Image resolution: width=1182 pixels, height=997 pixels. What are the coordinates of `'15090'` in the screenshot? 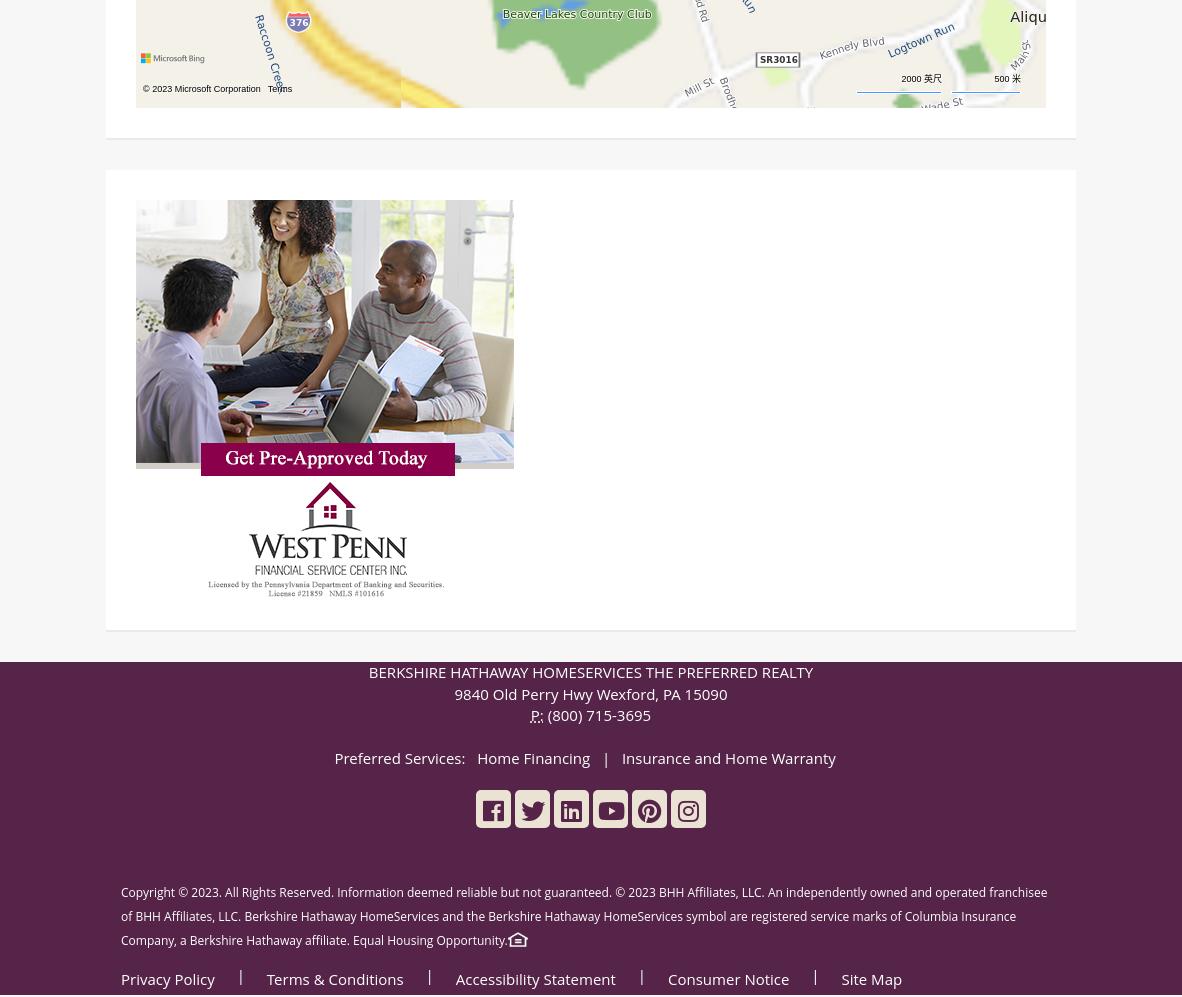 It's located at (705, 695).